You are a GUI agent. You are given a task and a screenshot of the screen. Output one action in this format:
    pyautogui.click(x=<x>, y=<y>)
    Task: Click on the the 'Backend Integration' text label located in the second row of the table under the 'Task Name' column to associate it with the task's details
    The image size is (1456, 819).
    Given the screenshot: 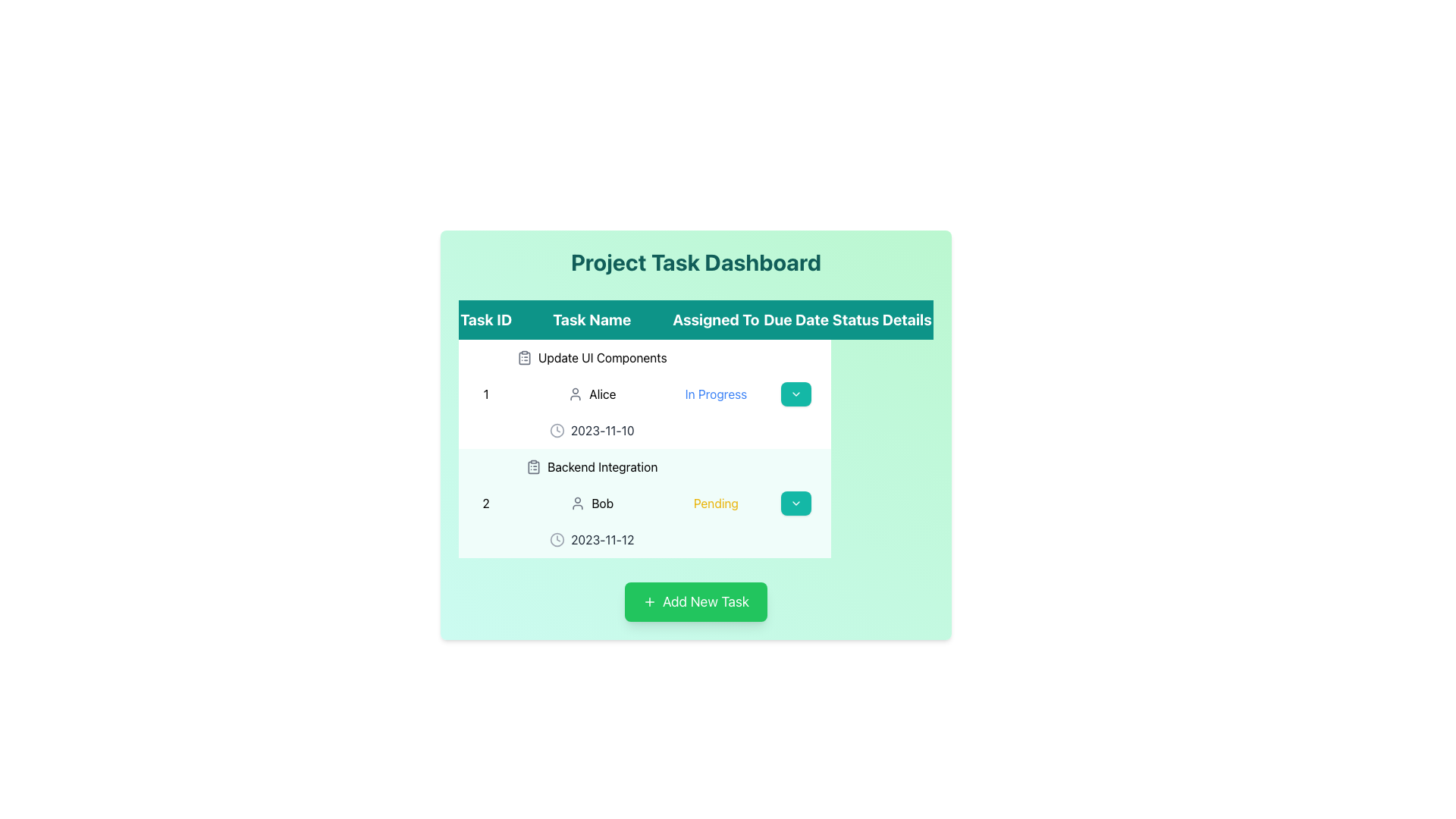 What is the action you would take?
    pyautogui.click(x=601, y=466)
    